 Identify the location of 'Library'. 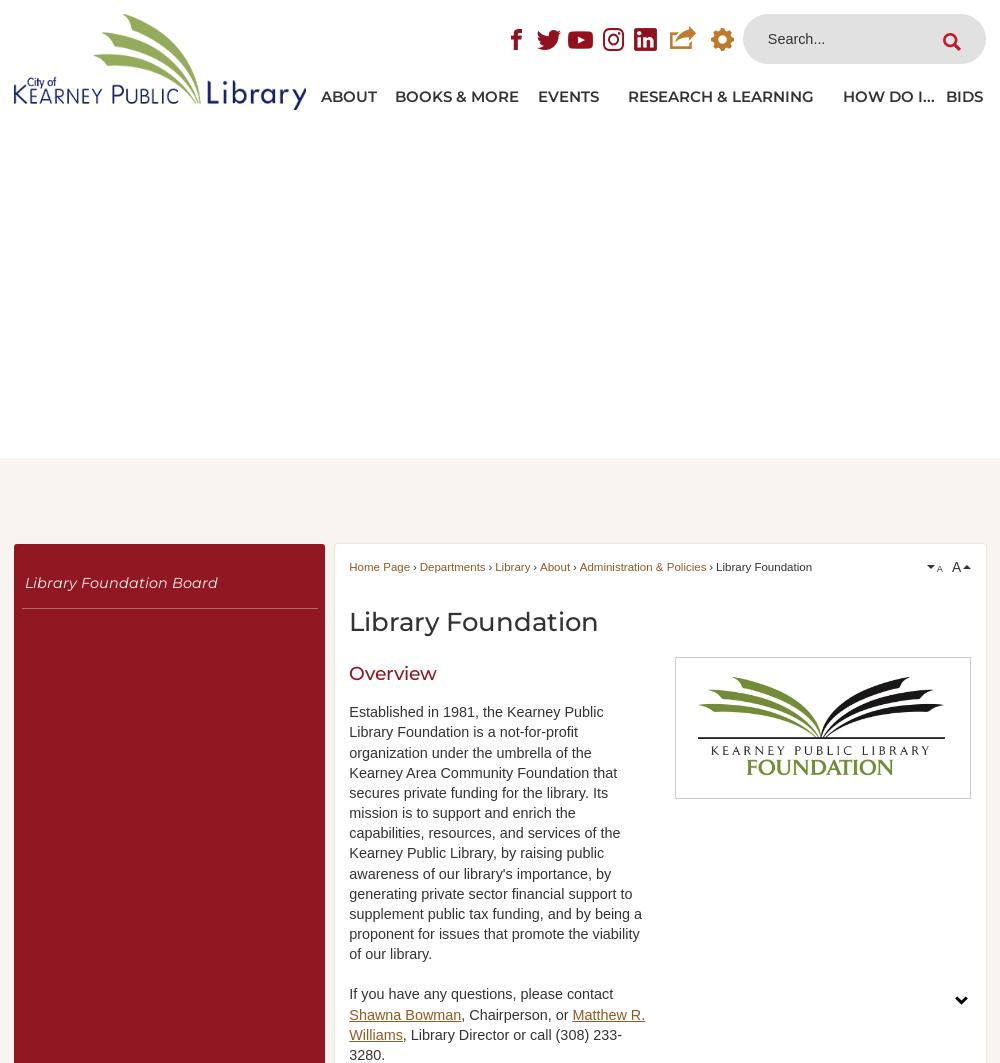
(494, 565).